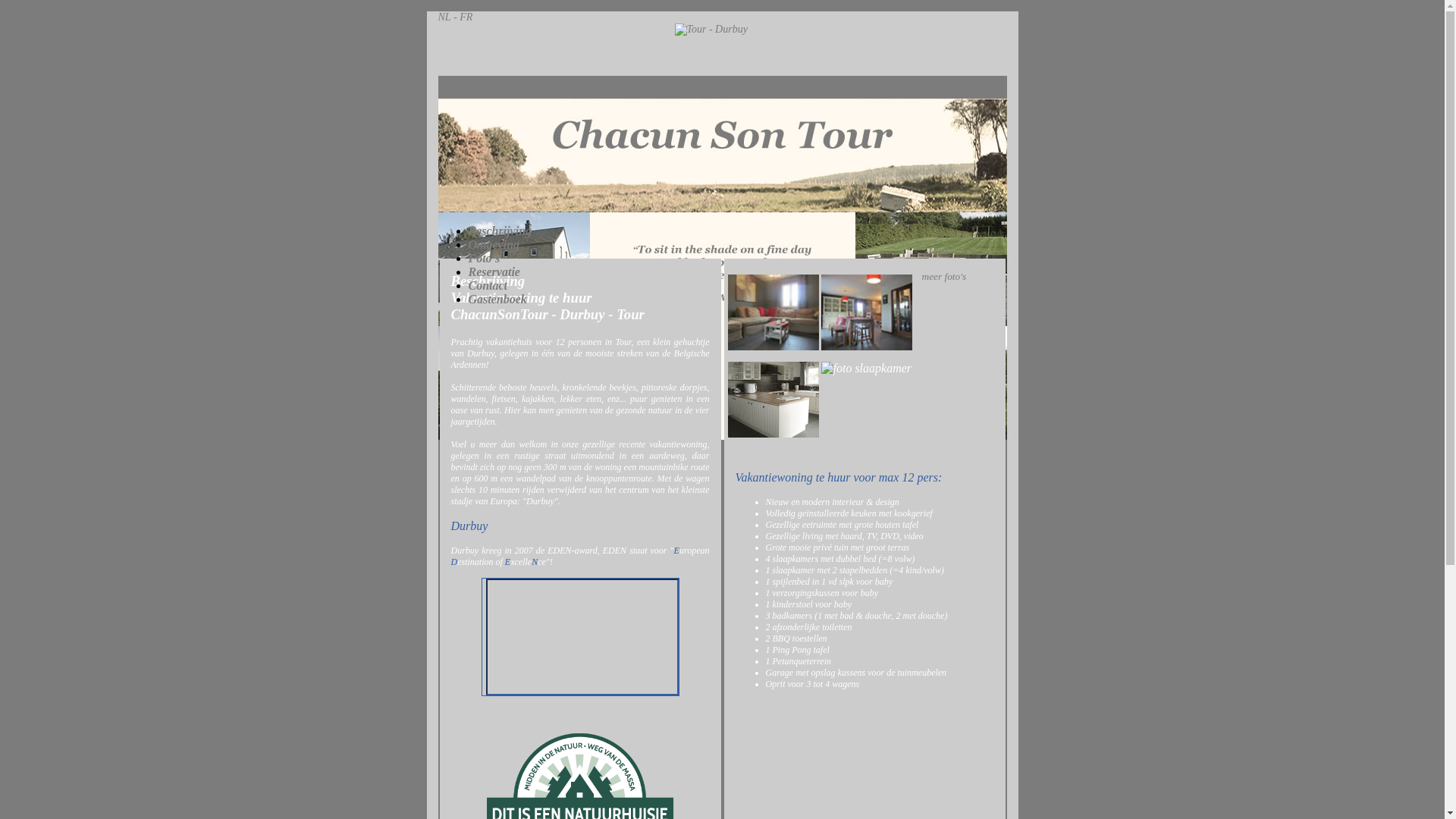 The width and height of the screenshot is (1456, 819). What do you see at coordinates (468, 299) in the screenshot?
I see `'Gastenboek'` at bounding box center [468, 299].